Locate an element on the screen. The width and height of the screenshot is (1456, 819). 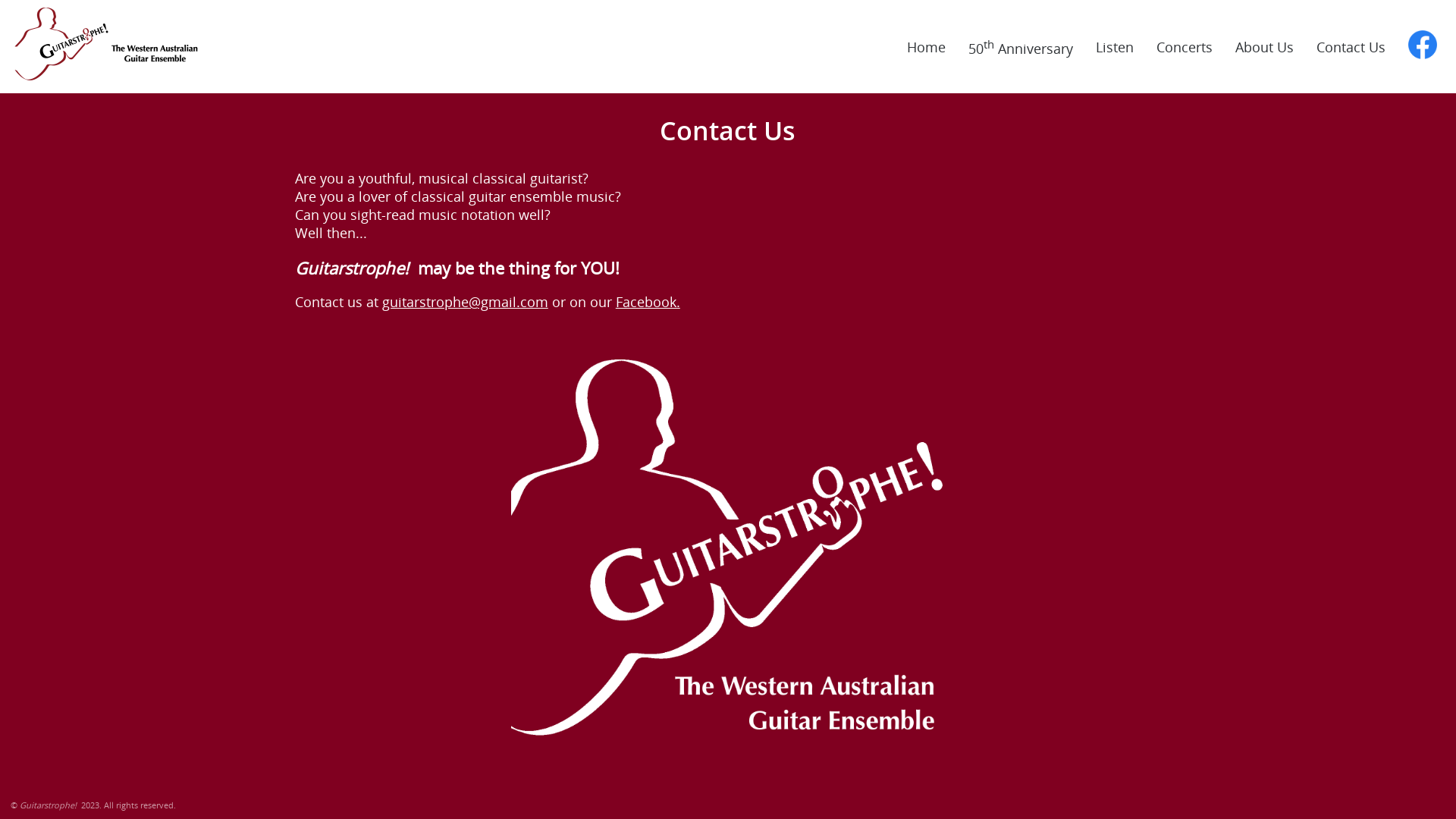
'Facebook.' is located at coordinates (648, 301).